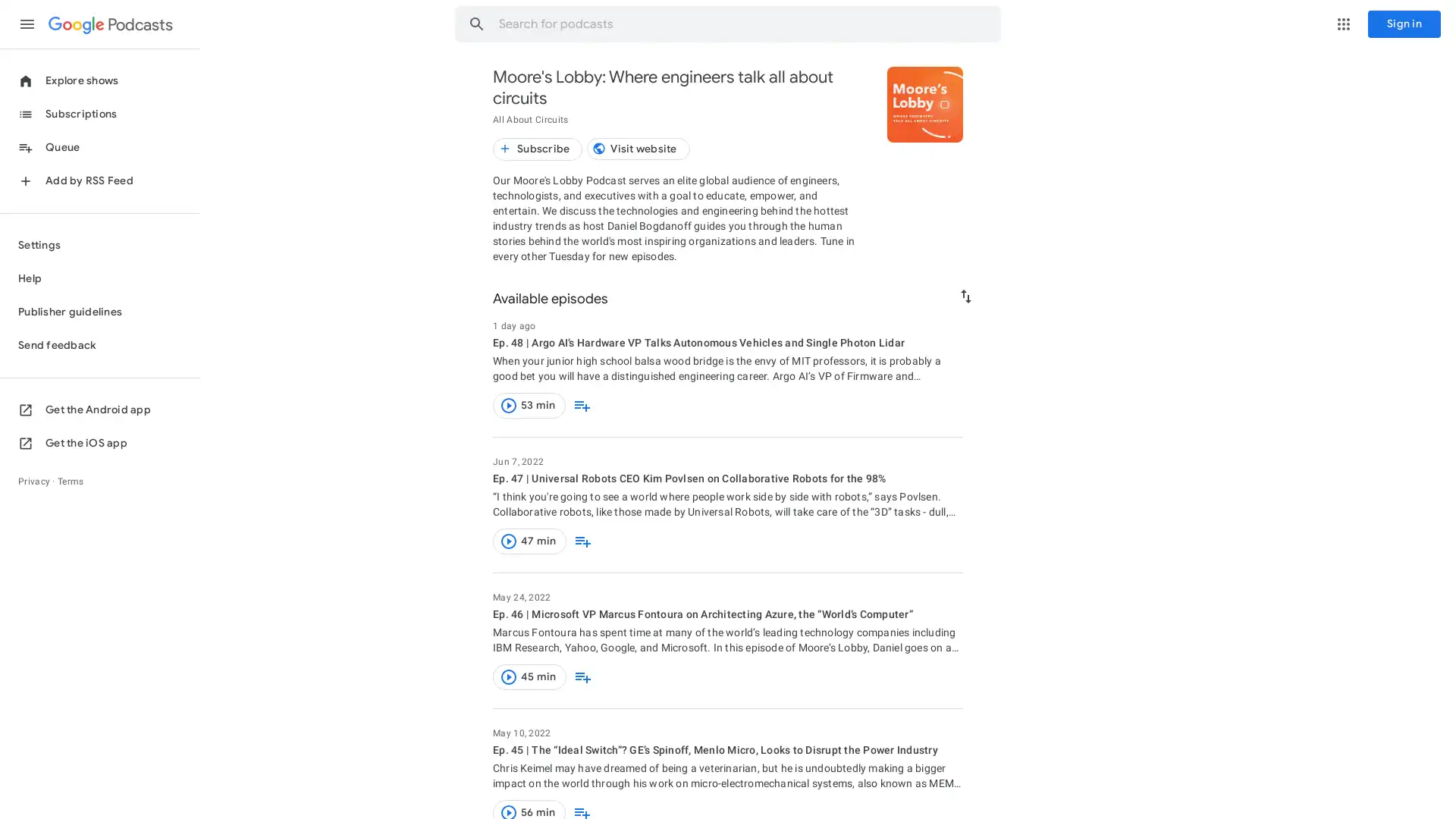 Image resolution: width=1456 pixels, height=819 pixels. I want to click on Subscribe, so click(538, 149).